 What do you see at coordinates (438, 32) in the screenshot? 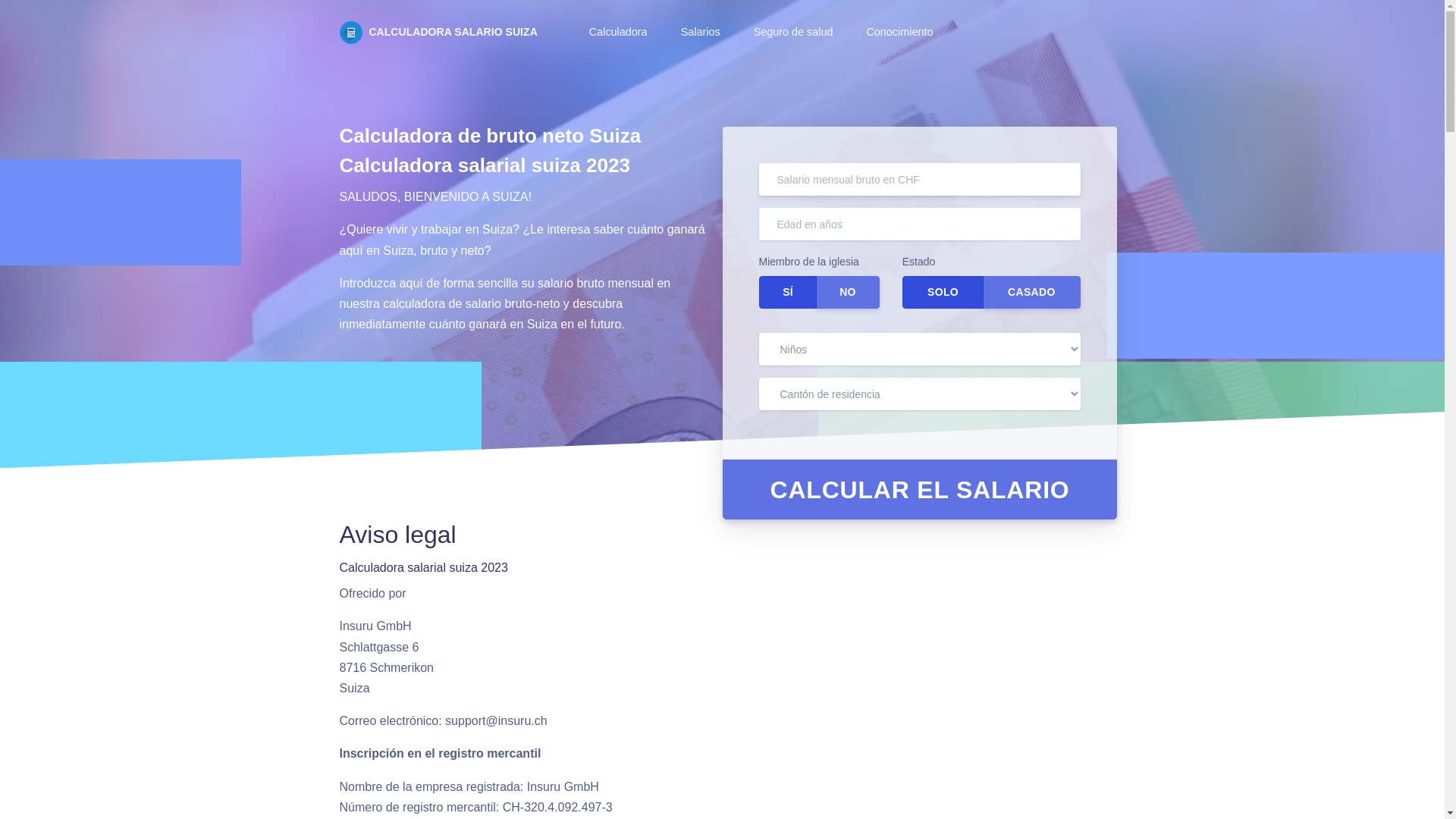
I see `'CALCULADORA SALARIO SUIZA'` at bounding box center [438, 32].